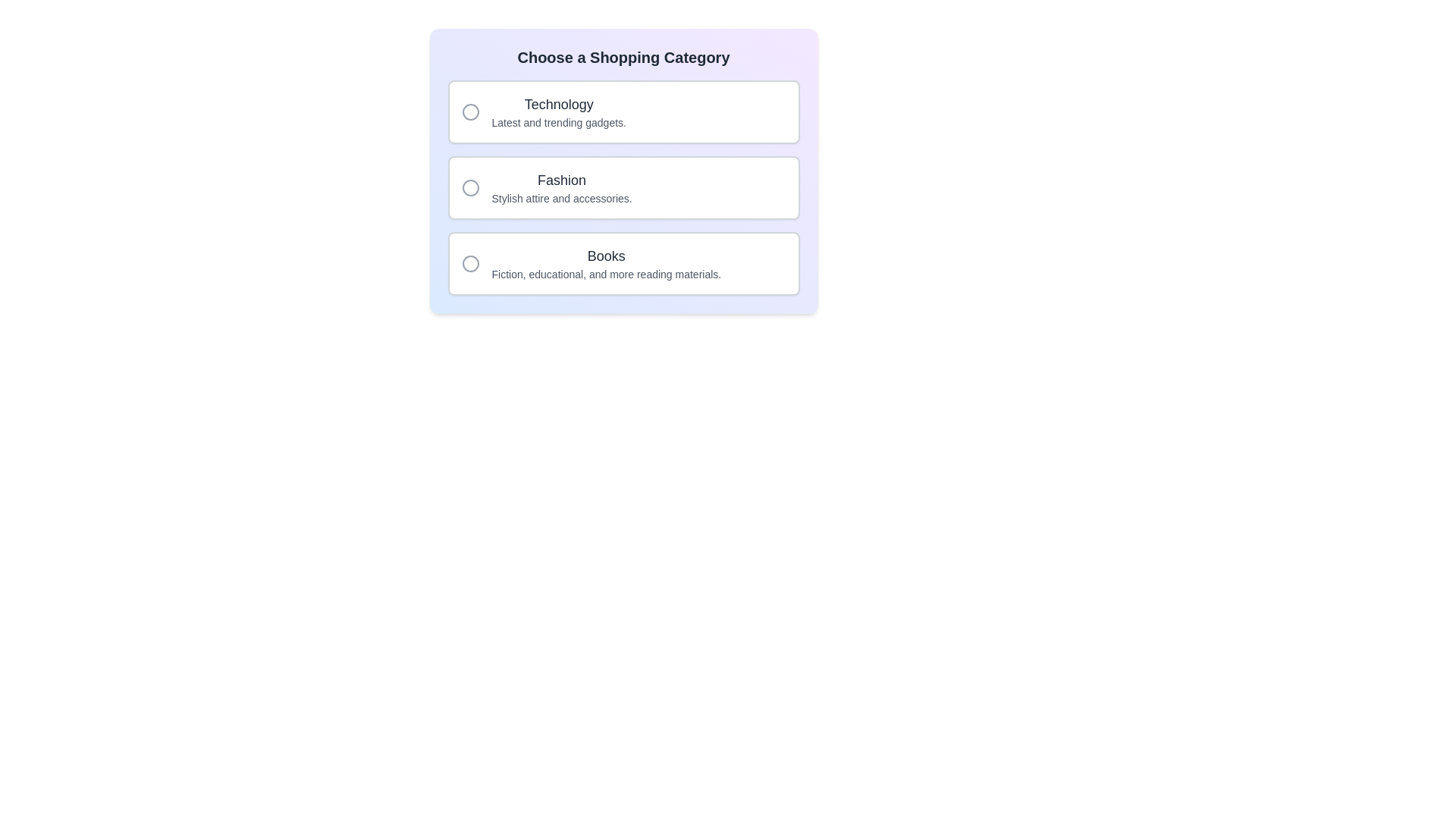  I want to click on the third card in the selectable list option, so click(623, 262).